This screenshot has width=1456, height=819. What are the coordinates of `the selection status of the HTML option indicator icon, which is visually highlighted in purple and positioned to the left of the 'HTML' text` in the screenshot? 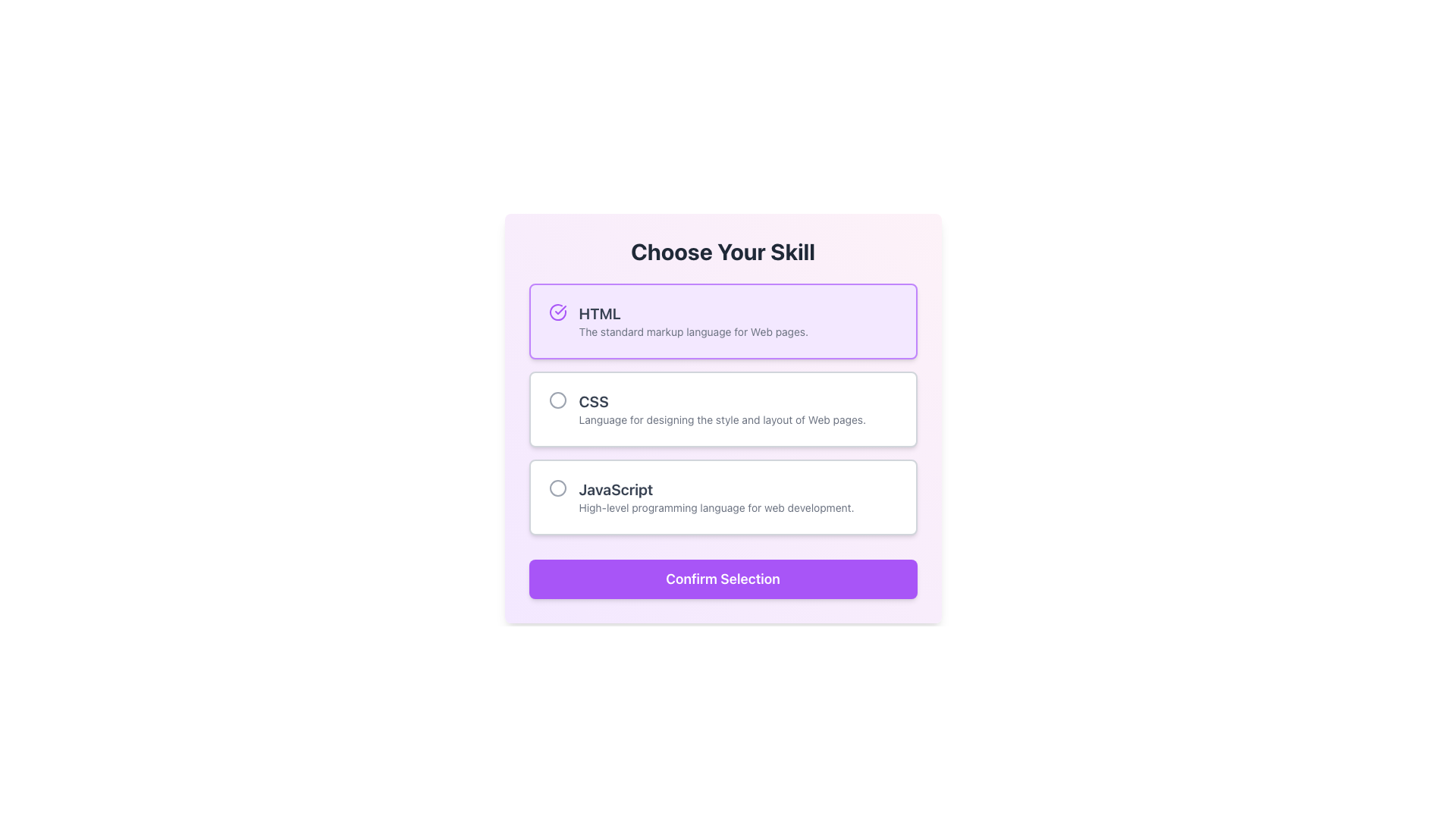 It's located at (557, 312).